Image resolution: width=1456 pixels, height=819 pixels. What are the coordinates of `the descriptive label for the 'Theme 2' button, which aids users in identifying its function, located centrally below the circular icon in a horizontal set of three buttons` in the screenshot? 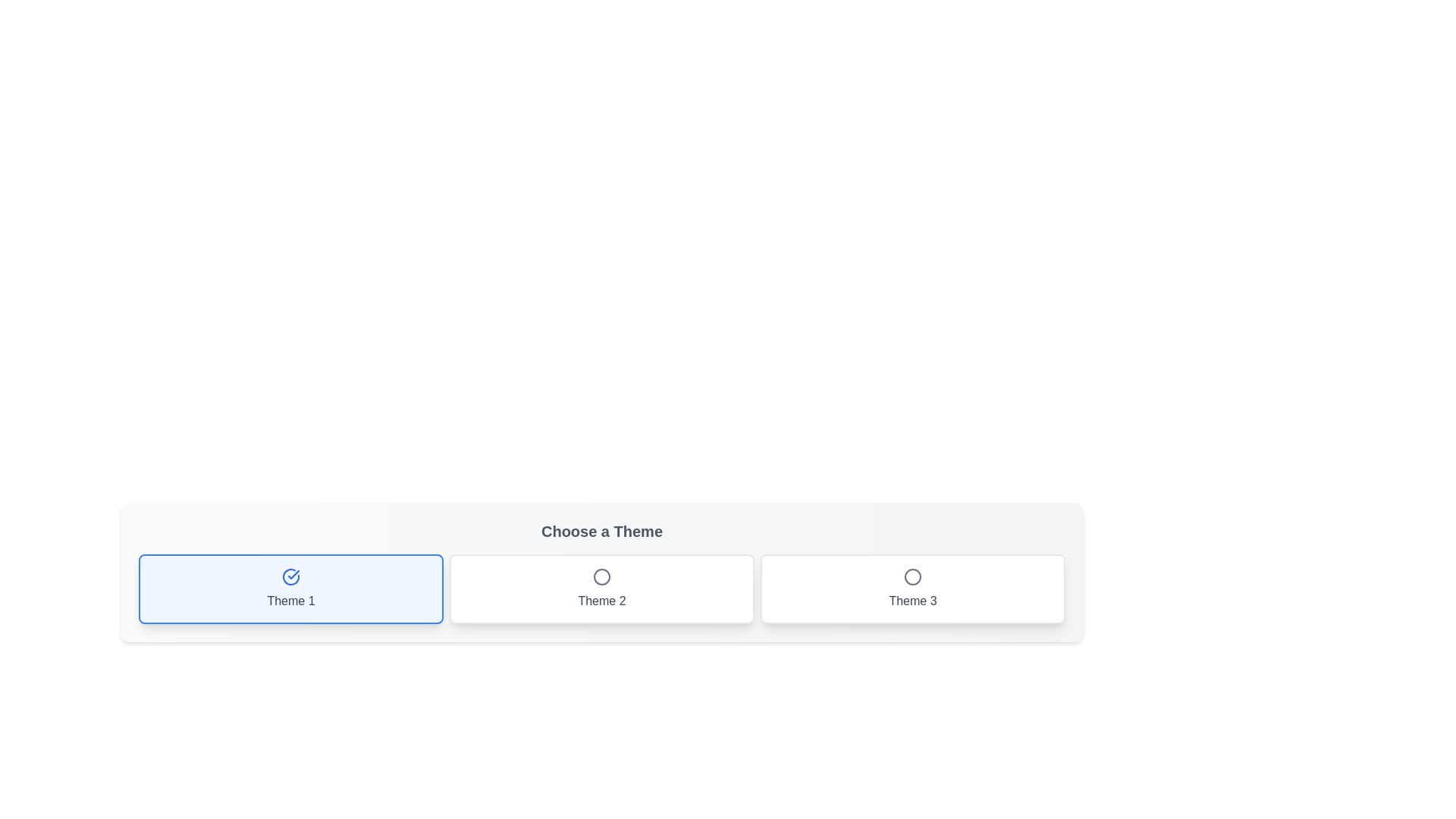 It's located at (601, 601).